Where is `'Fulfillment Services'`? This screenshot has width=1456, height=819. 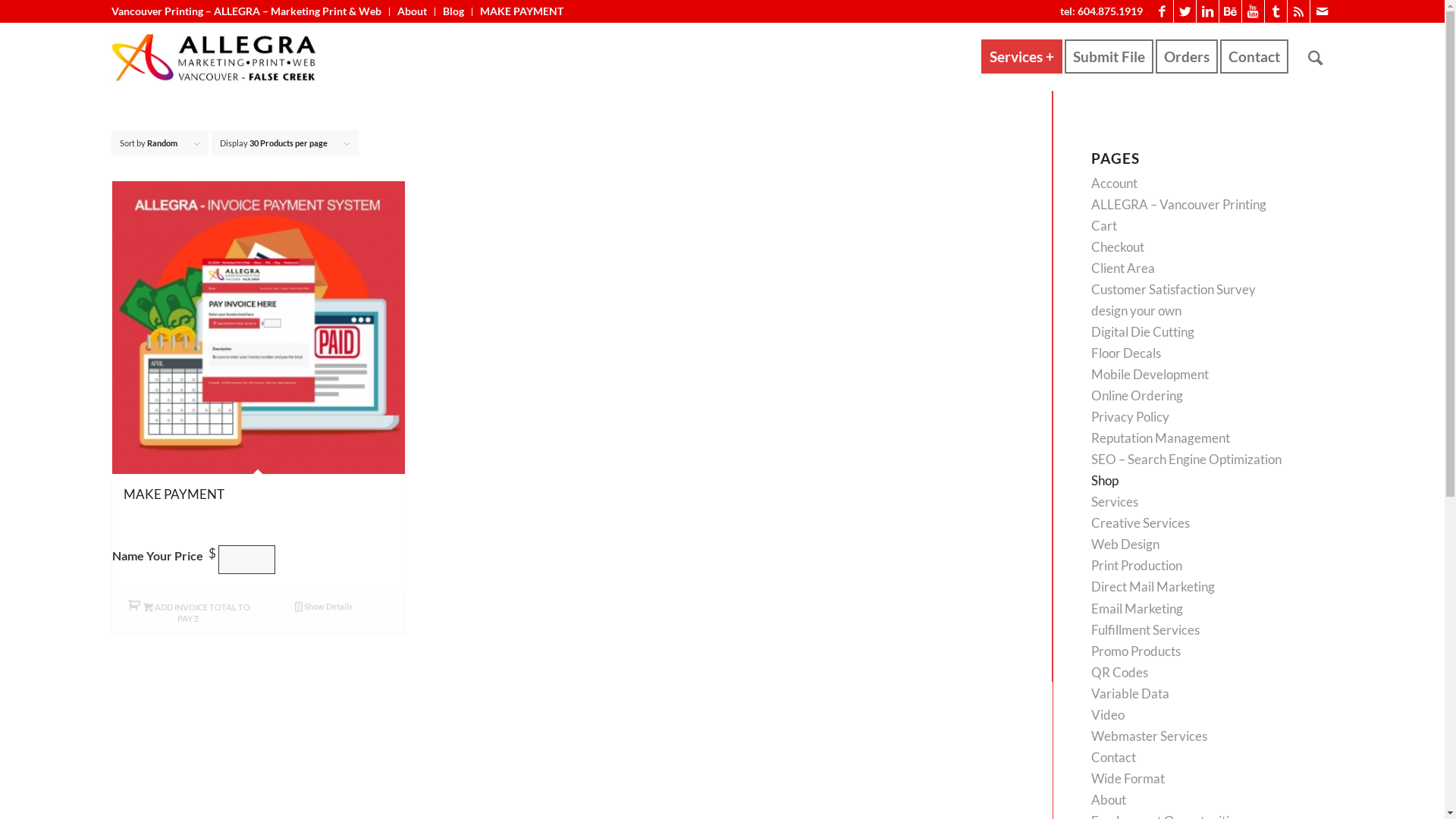 'Fulfillment Services' is located at coordinates (1145, 629).